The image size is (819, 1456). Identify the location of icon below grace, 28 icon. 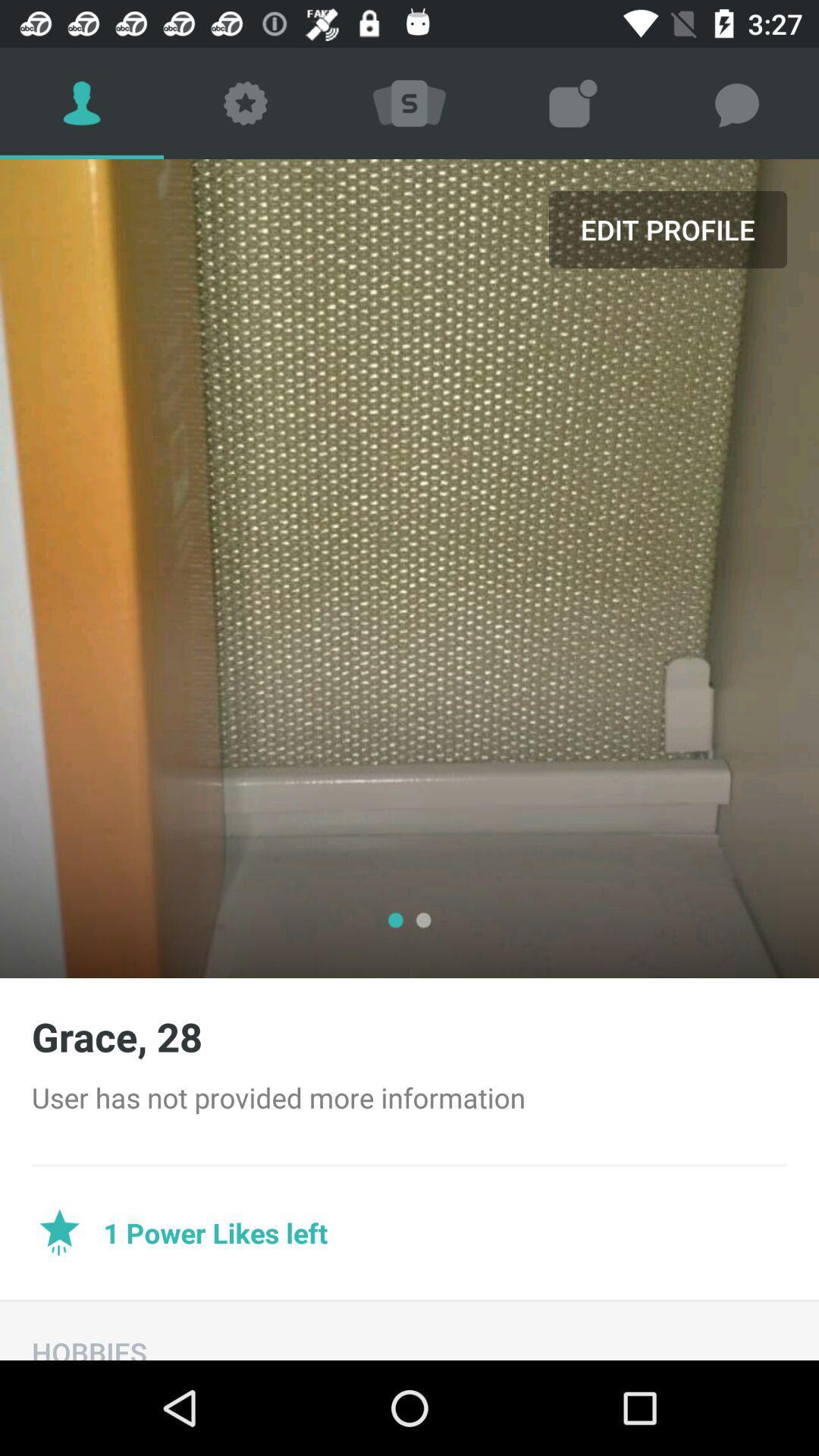
(409, 1097).